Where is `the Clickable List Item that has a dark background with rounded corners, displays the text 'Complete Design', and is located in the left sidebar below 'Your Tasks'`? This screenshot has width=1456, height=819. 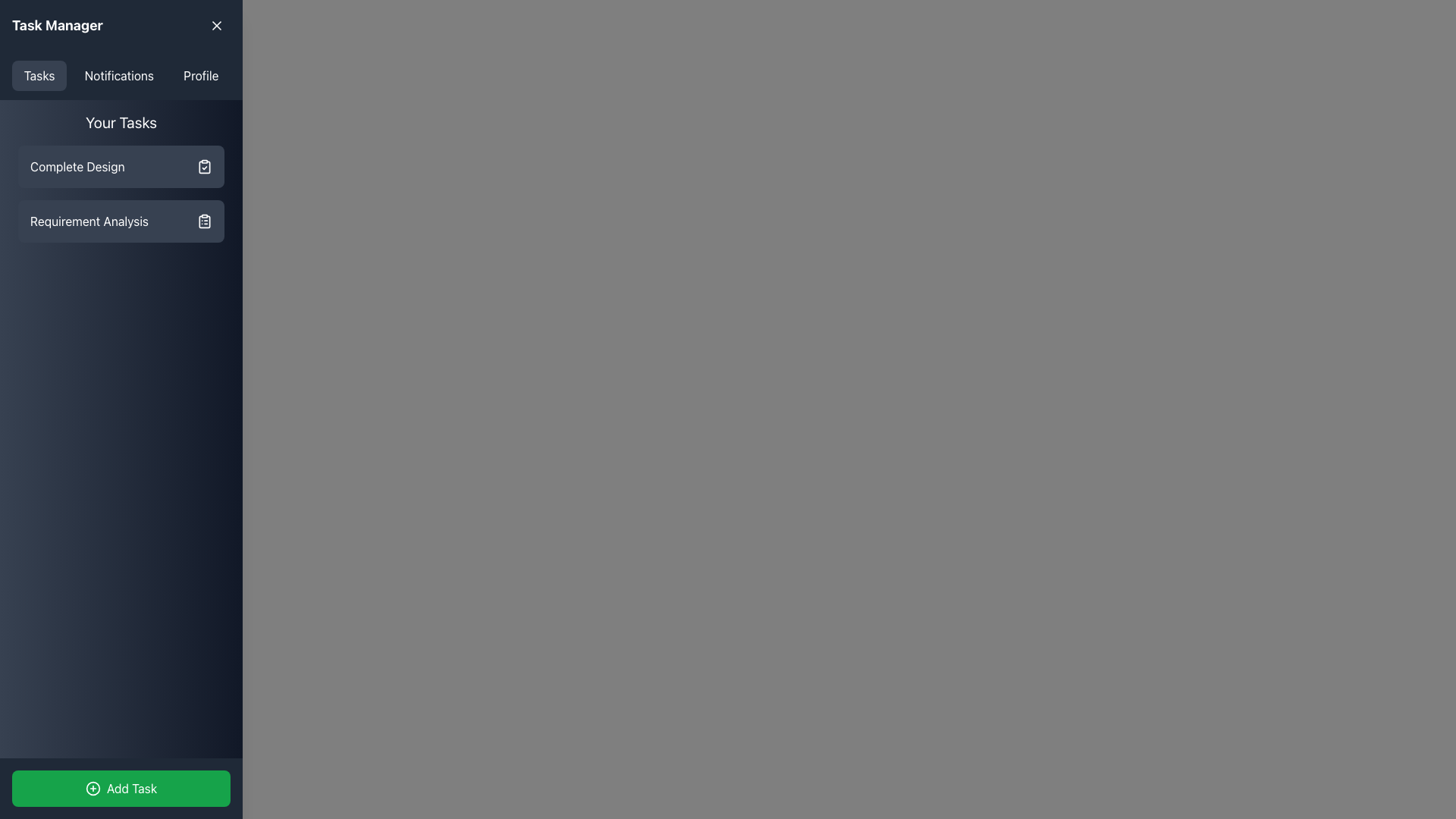 the Clickable List Item that has a dark background with rounded corners, displays the text 'Complete Design', and is located in the left sidebar below 'Your Tasks' is located at coordinates (120, 166).